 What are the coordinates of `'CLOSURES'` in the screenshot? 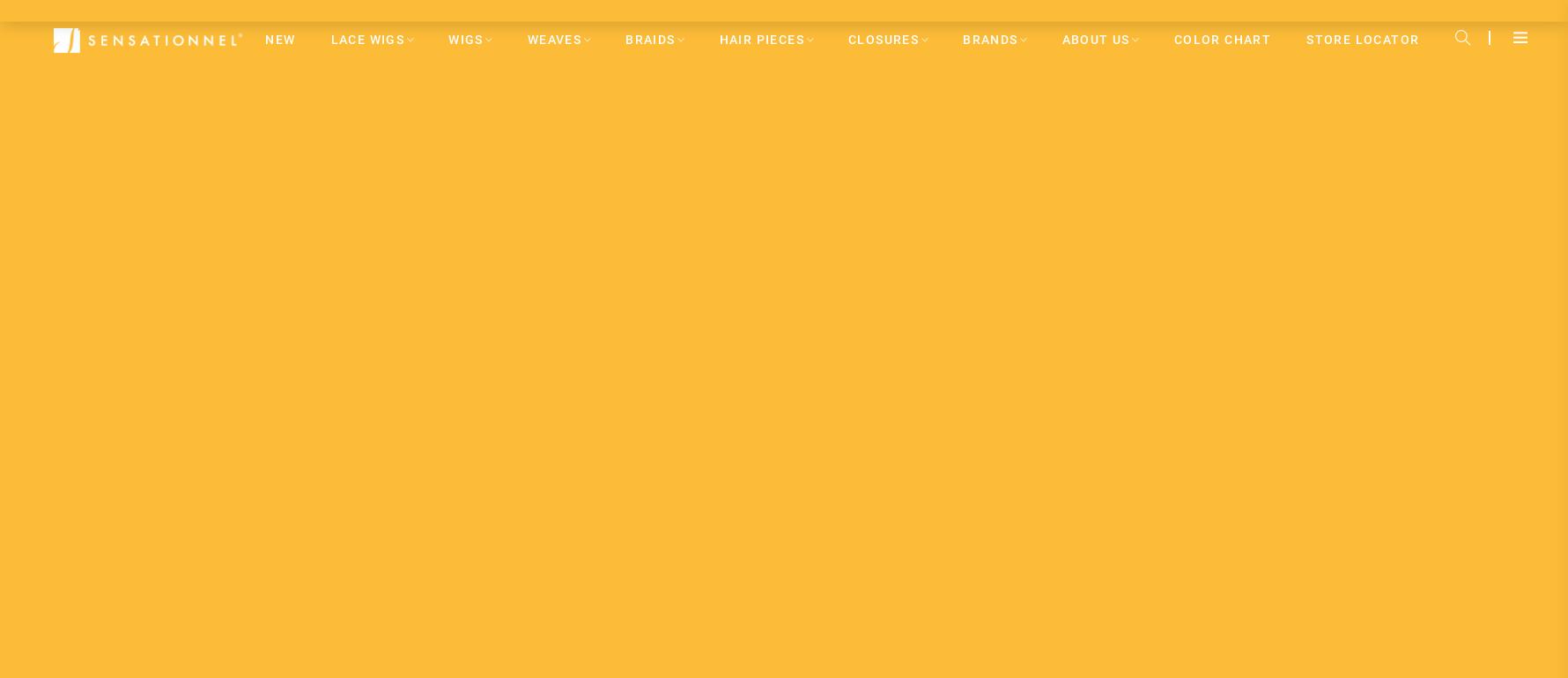 It's located at (847, 38).